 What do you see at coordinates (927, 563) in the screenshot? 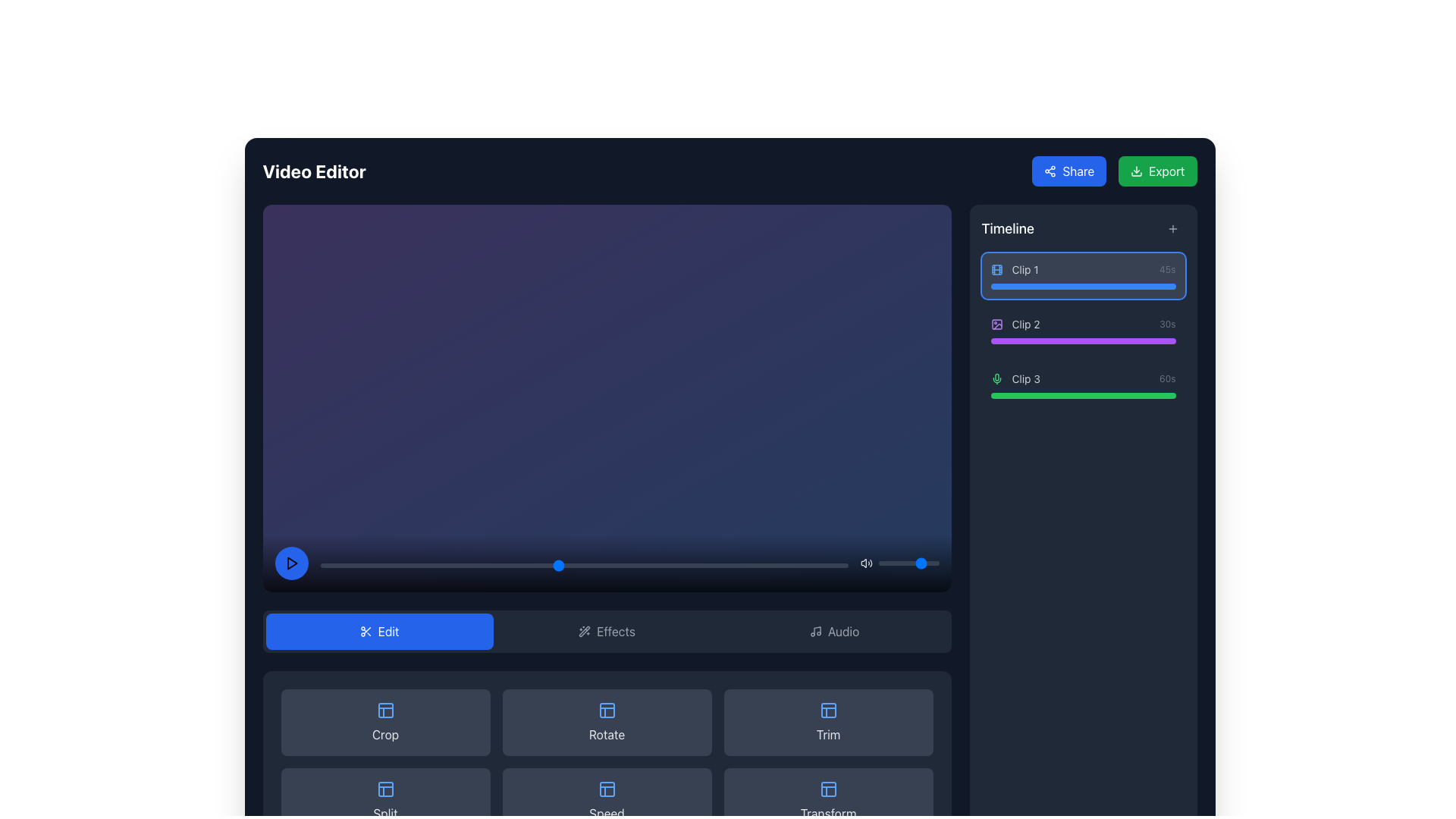
I see `the slider` at bounding box center [927, 563].